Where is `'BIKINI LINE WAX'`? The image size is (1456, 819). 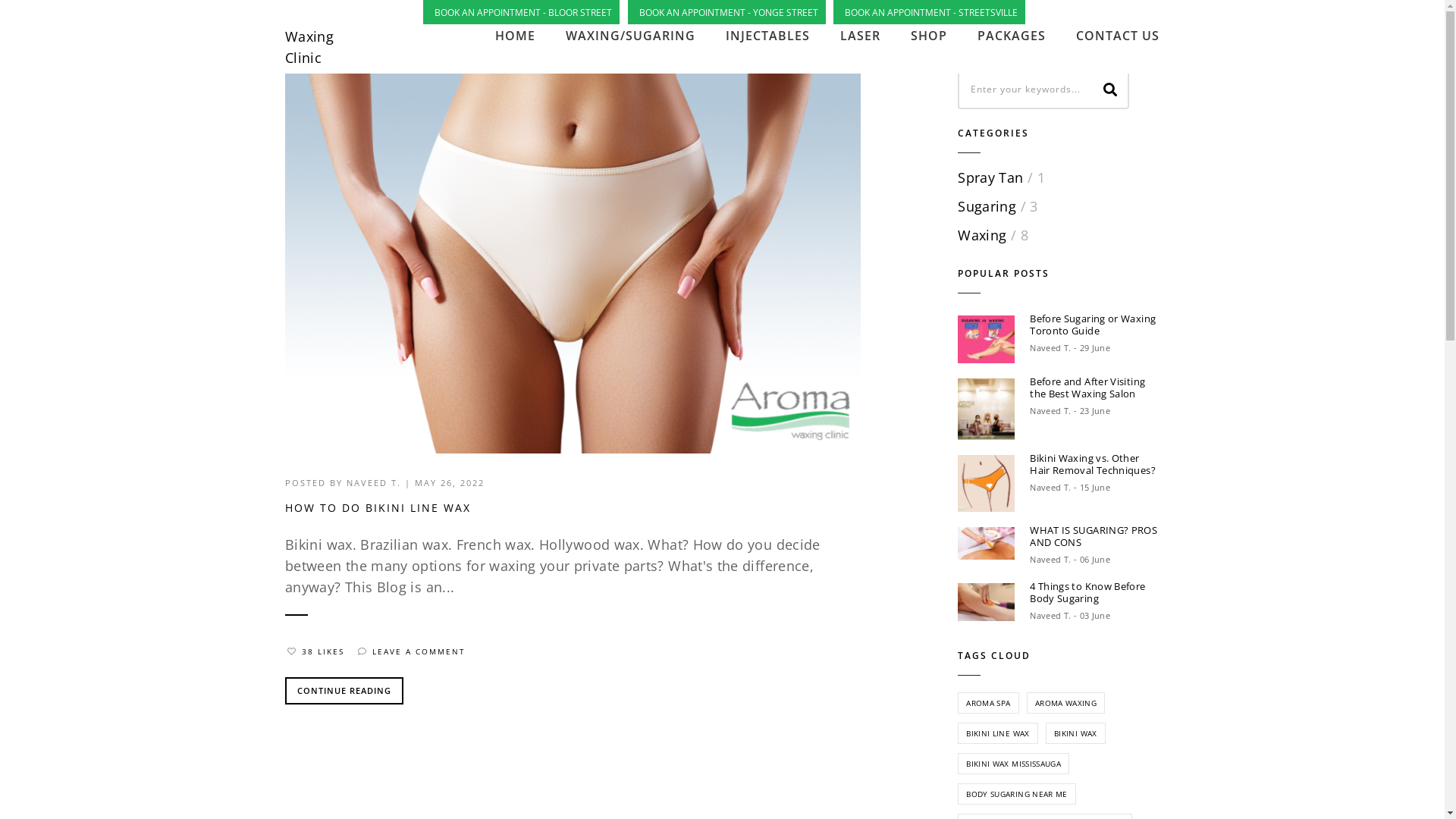
'BIKINI LINE WAX' is located at coordinates (997, 733).